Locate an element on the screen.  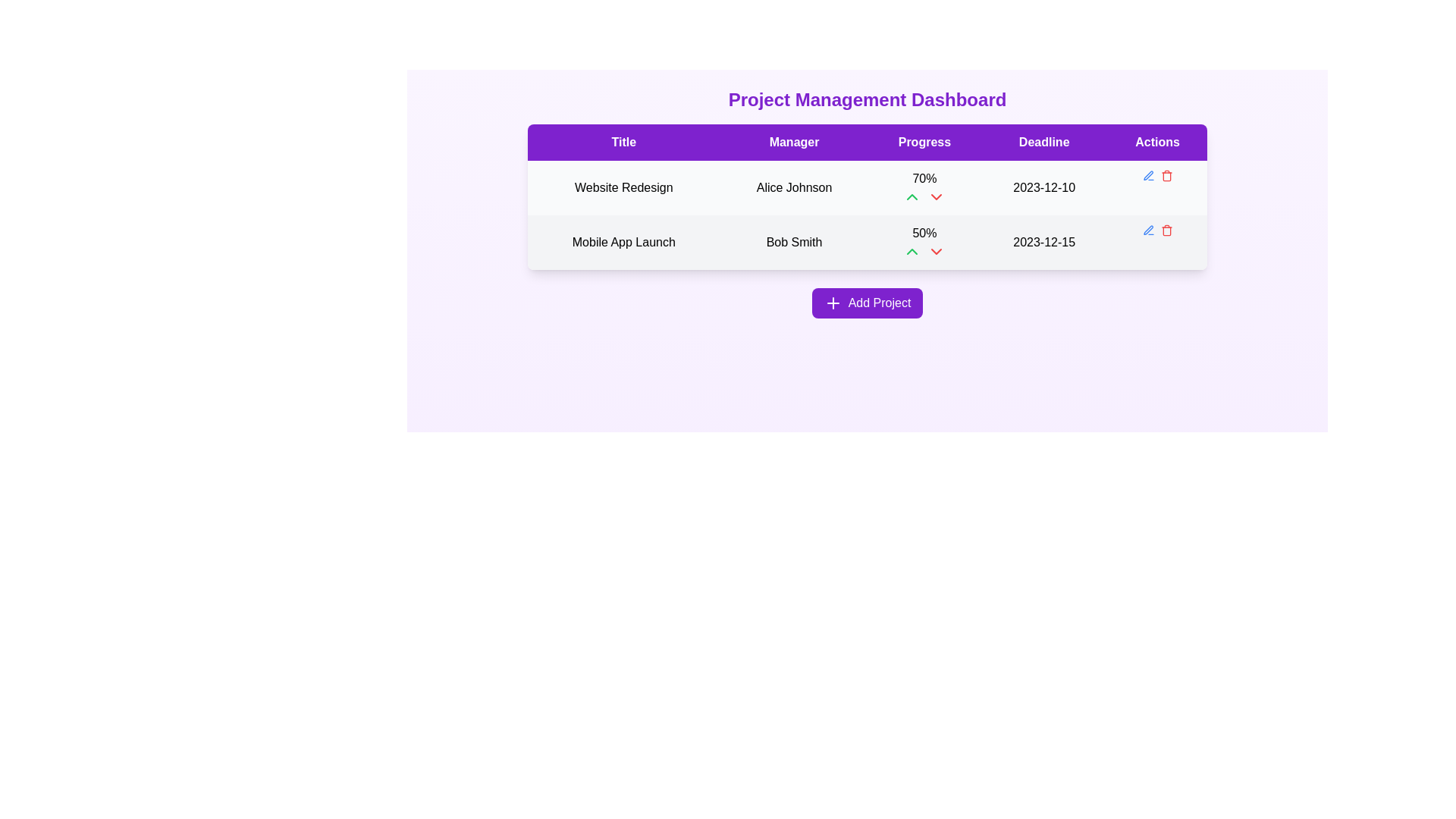
the addition SVG icon located on the left side of the 'Add Project' button is located at coordinates (832, 303).